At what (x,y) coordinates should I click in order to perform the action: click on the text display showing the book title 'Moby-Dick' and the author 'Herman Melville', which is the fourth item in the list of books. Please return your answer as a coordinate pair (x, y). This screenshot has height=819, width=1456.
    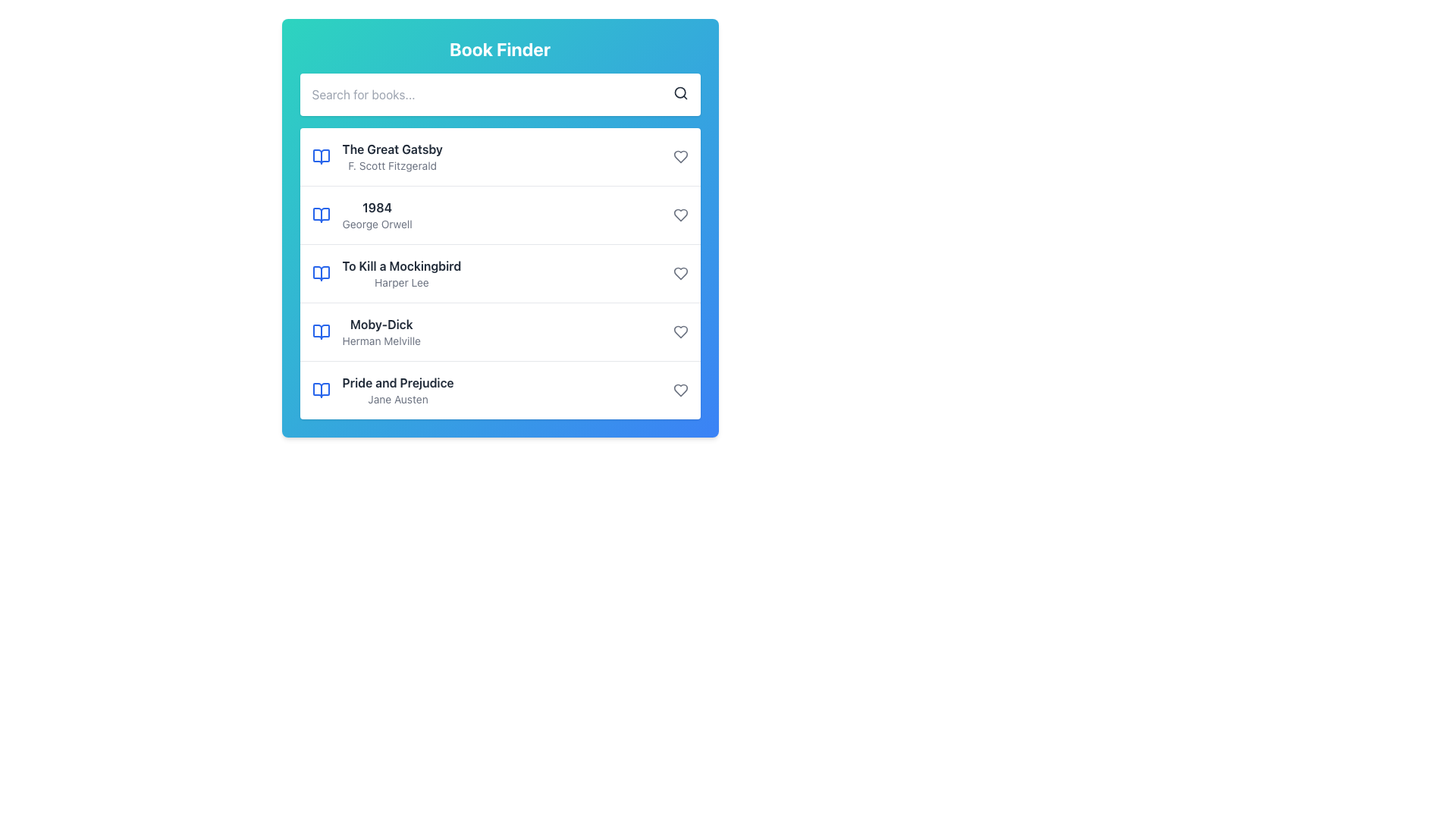
    Looking at the image, I should click on (381, 331).